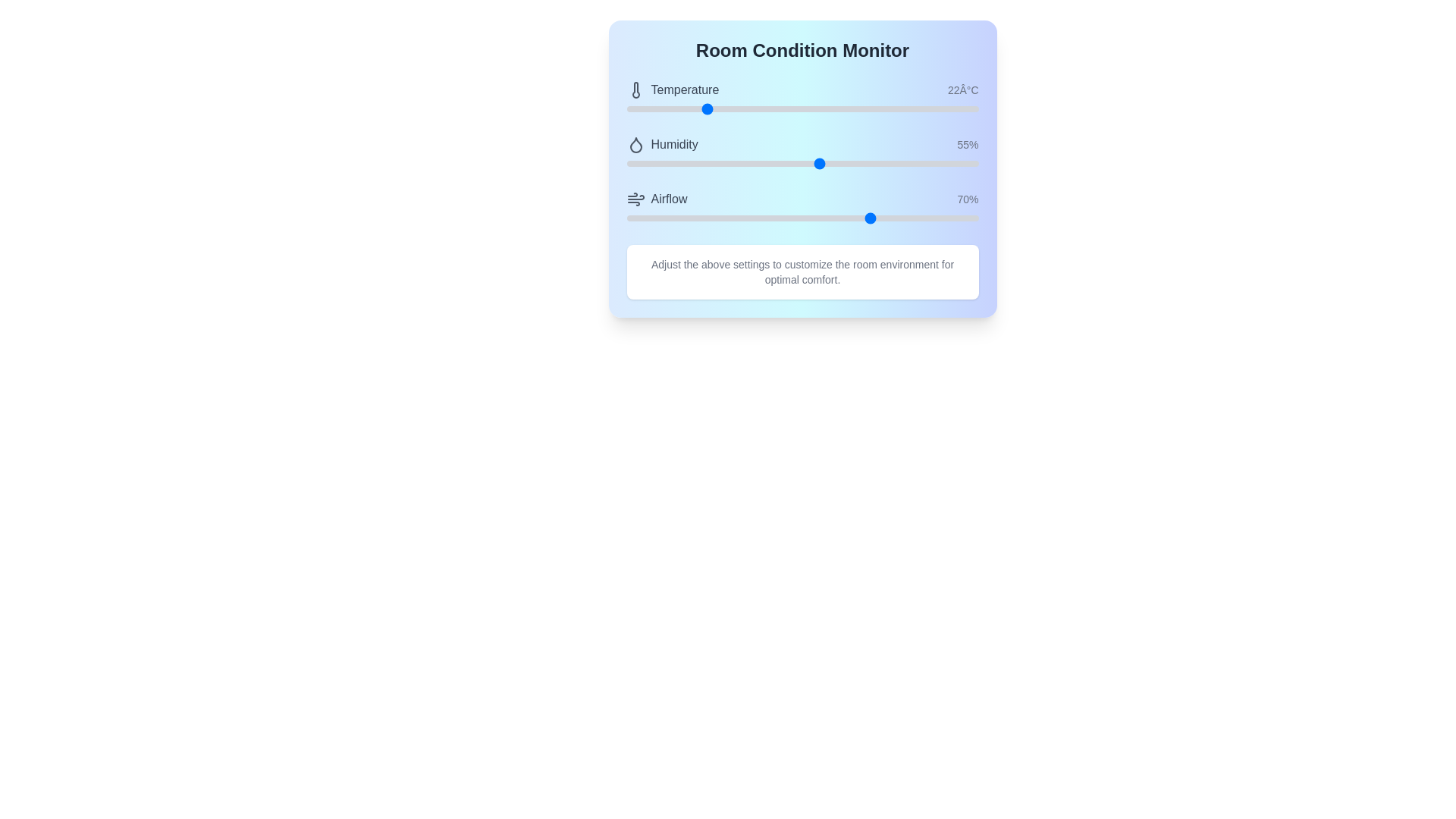 This screenshot has width=1456, height=819. What do you see at coordinates (962, 90) in the screenshot?
I see `displayed temperature information from the Text label showing '22Â°C', which is located in the 'Temperature' section of the 'Room Condition Monitor' interface, aligned to the right end next to the 'Temperature' label and thermometer icon` at bounding box center [962, 90].